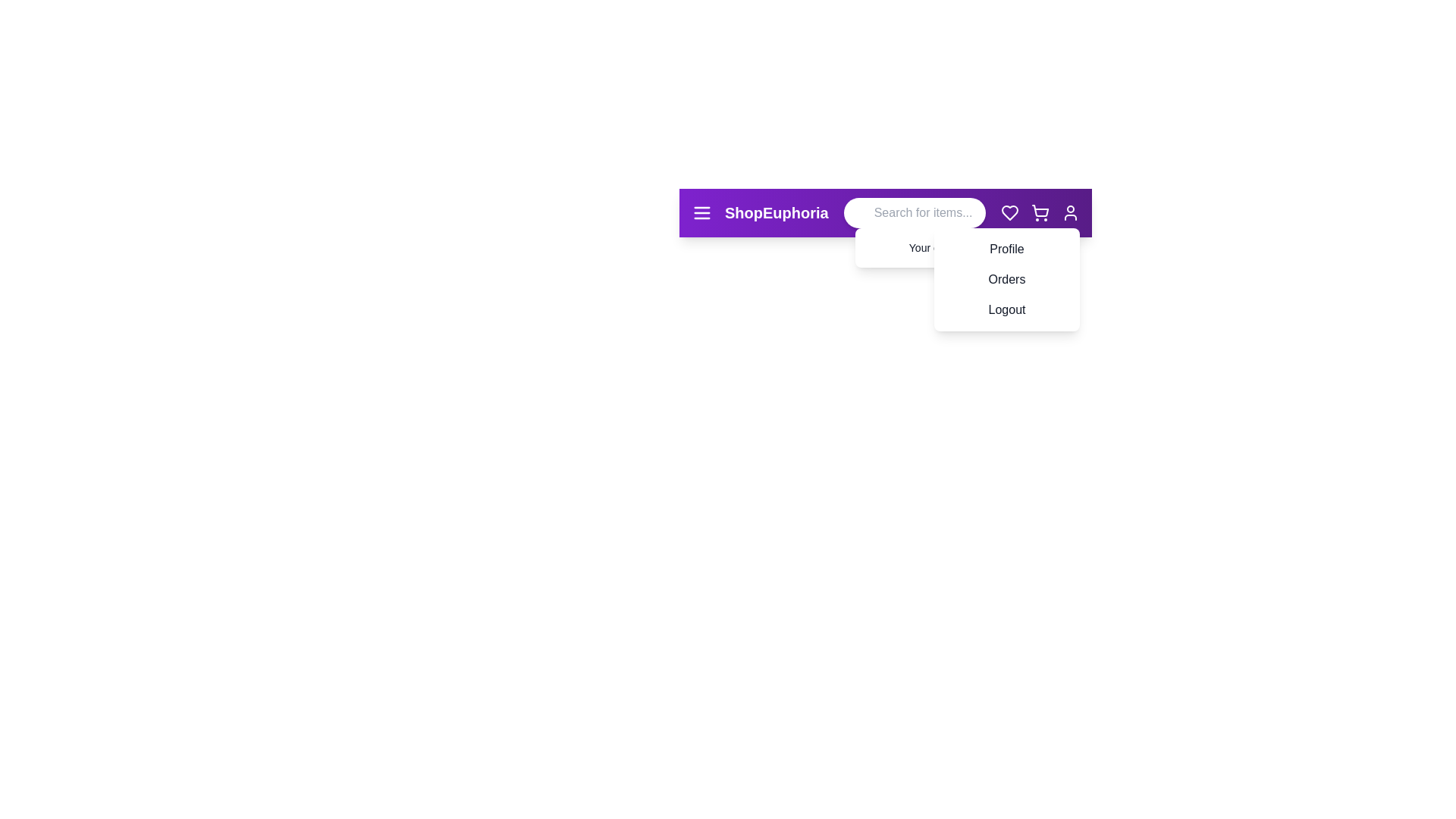  What do you see at coordinates (1069, 213) in the screenshot?
I see `the user icon to toggle the user menu` at bounding box center [1069, 213].